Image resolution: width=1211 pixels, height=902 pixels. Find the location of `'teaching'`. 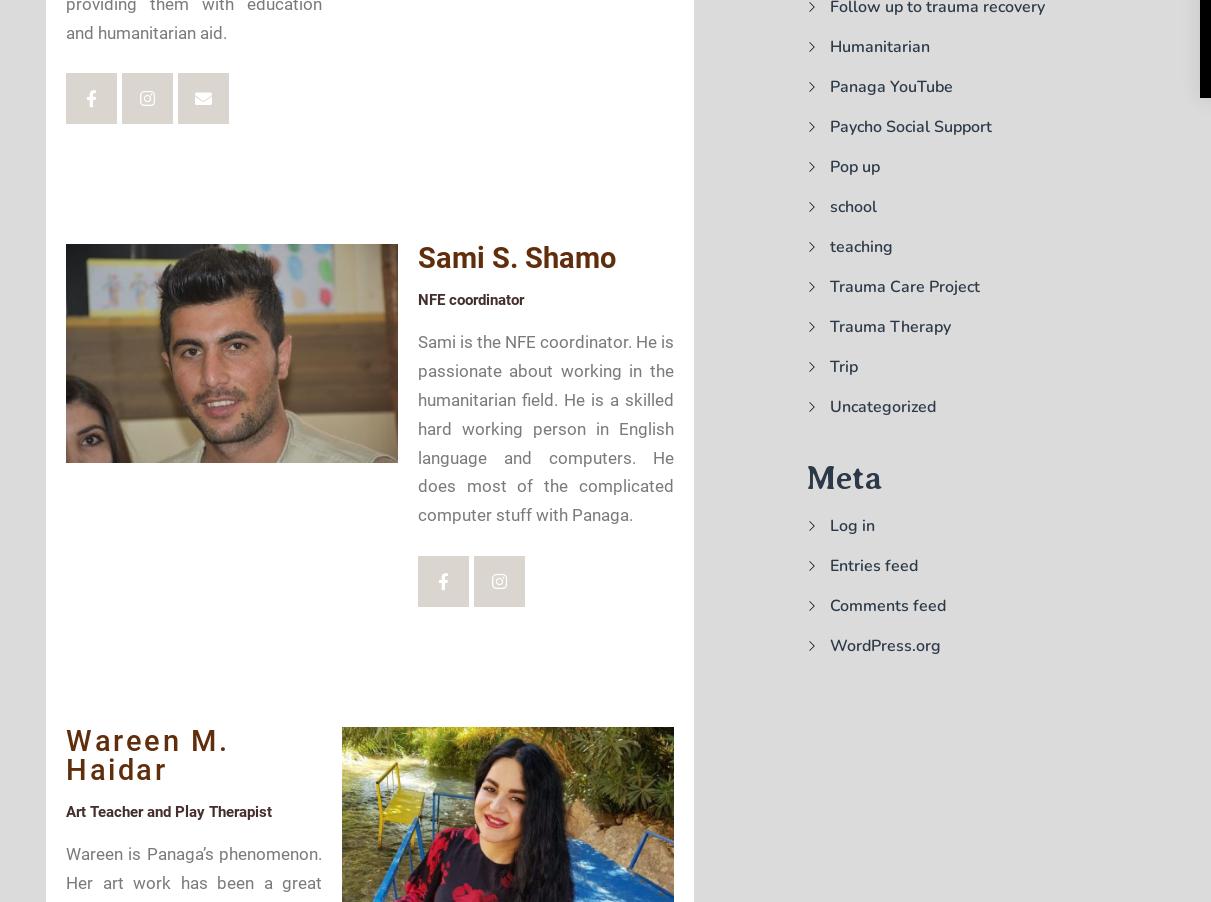

'teaching' is located at coordinates (830, 246).